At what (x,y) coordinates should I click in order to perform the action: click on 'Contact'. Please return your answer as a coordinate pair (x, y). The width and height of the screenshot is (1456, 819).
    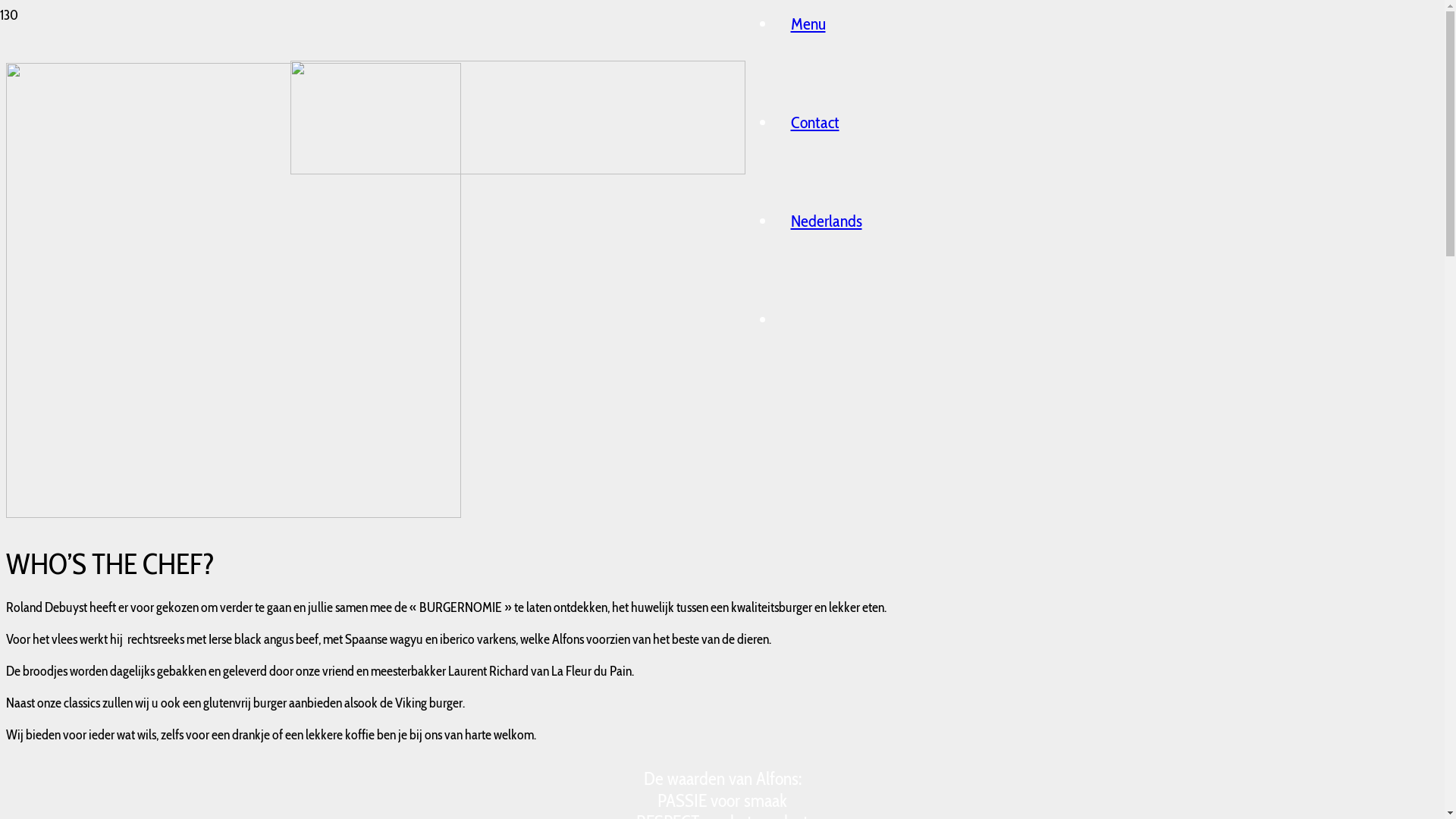
    Looking at the image, I should click on (814, 121).